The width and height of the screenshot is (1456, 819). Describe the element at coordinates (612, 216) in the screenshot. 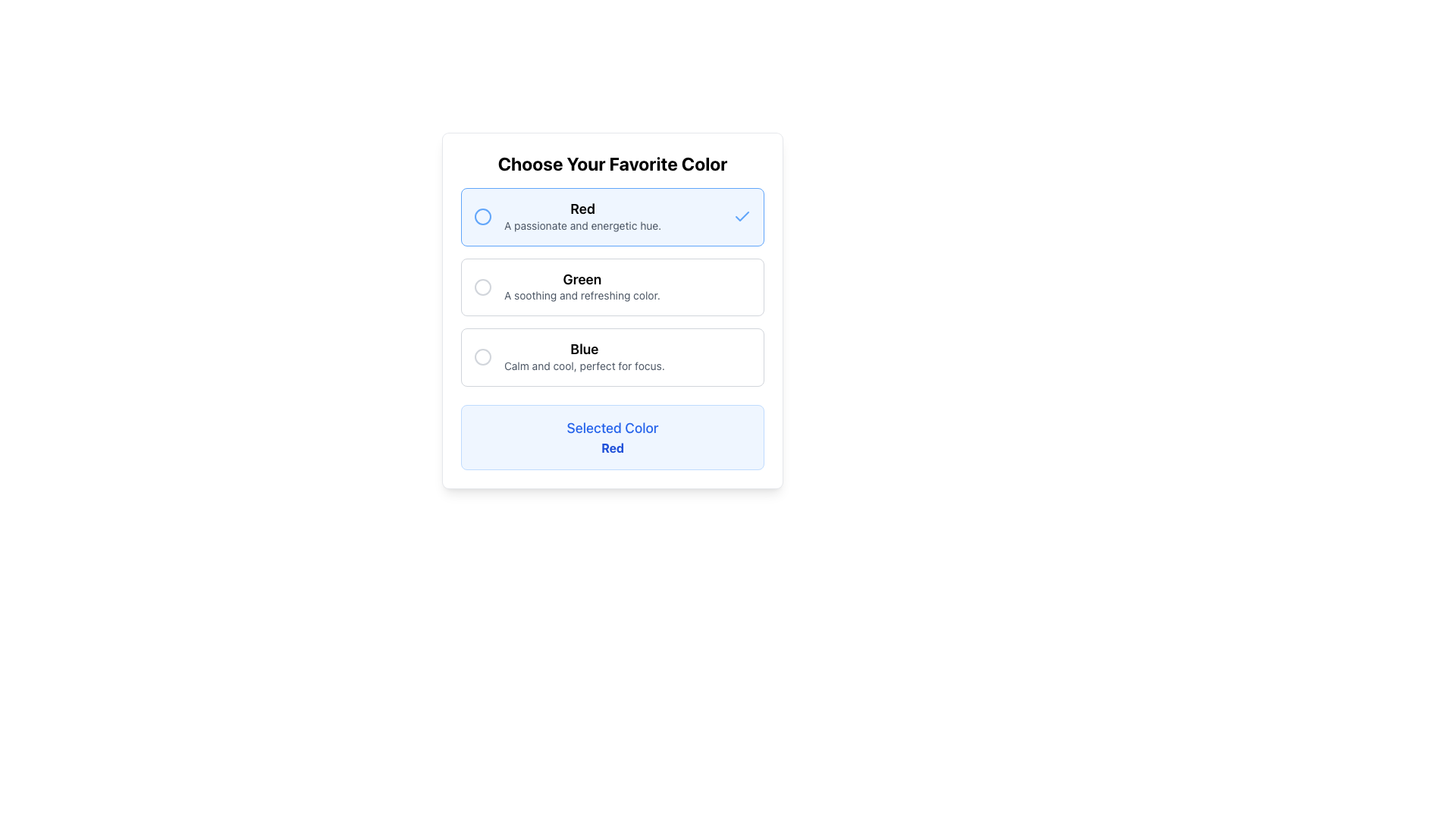

I see `the first option selectable item labeled 'Red'` at that location.